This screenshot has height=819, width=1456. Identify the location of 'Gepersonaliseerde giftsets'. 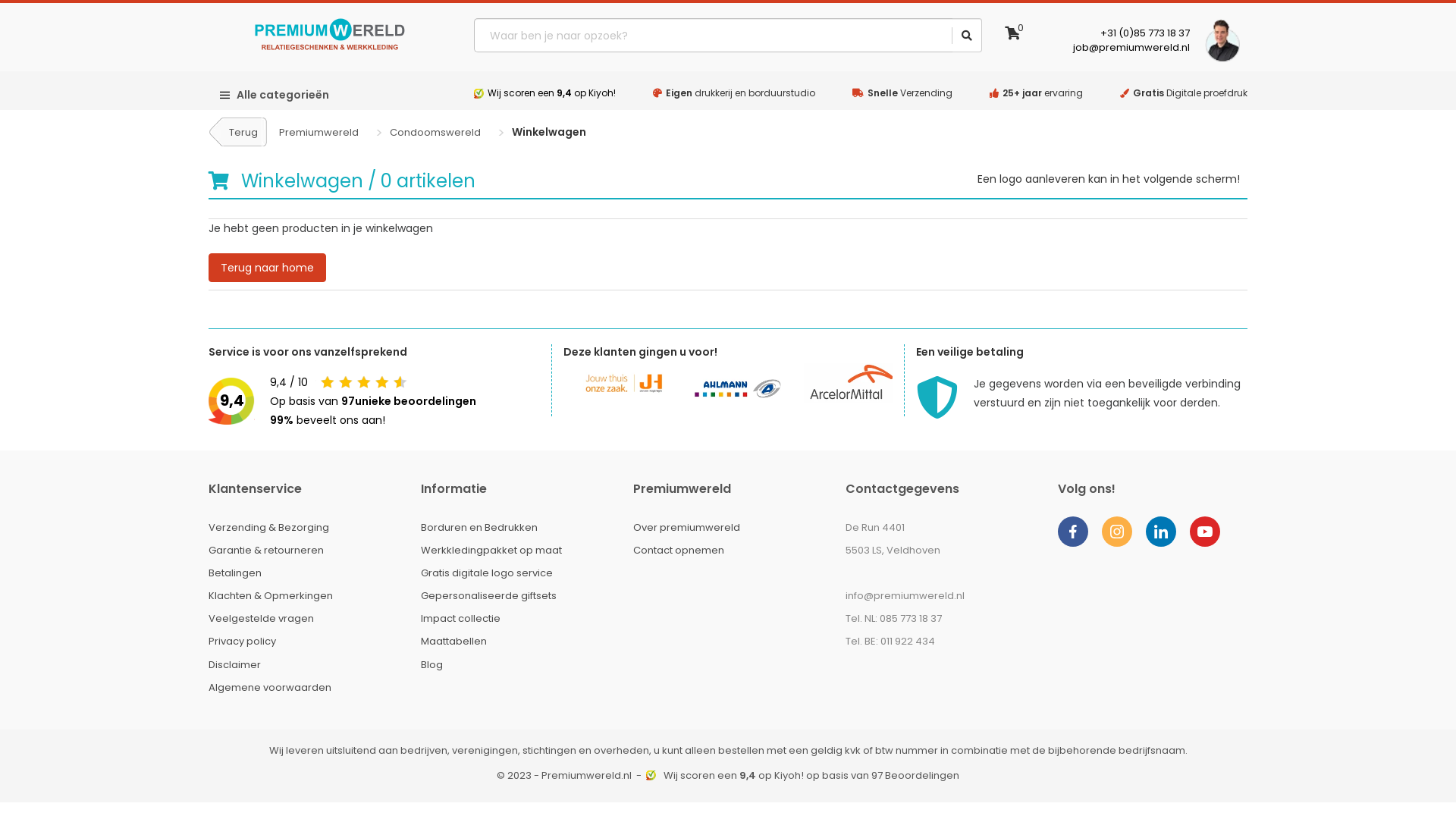
(488, 595).